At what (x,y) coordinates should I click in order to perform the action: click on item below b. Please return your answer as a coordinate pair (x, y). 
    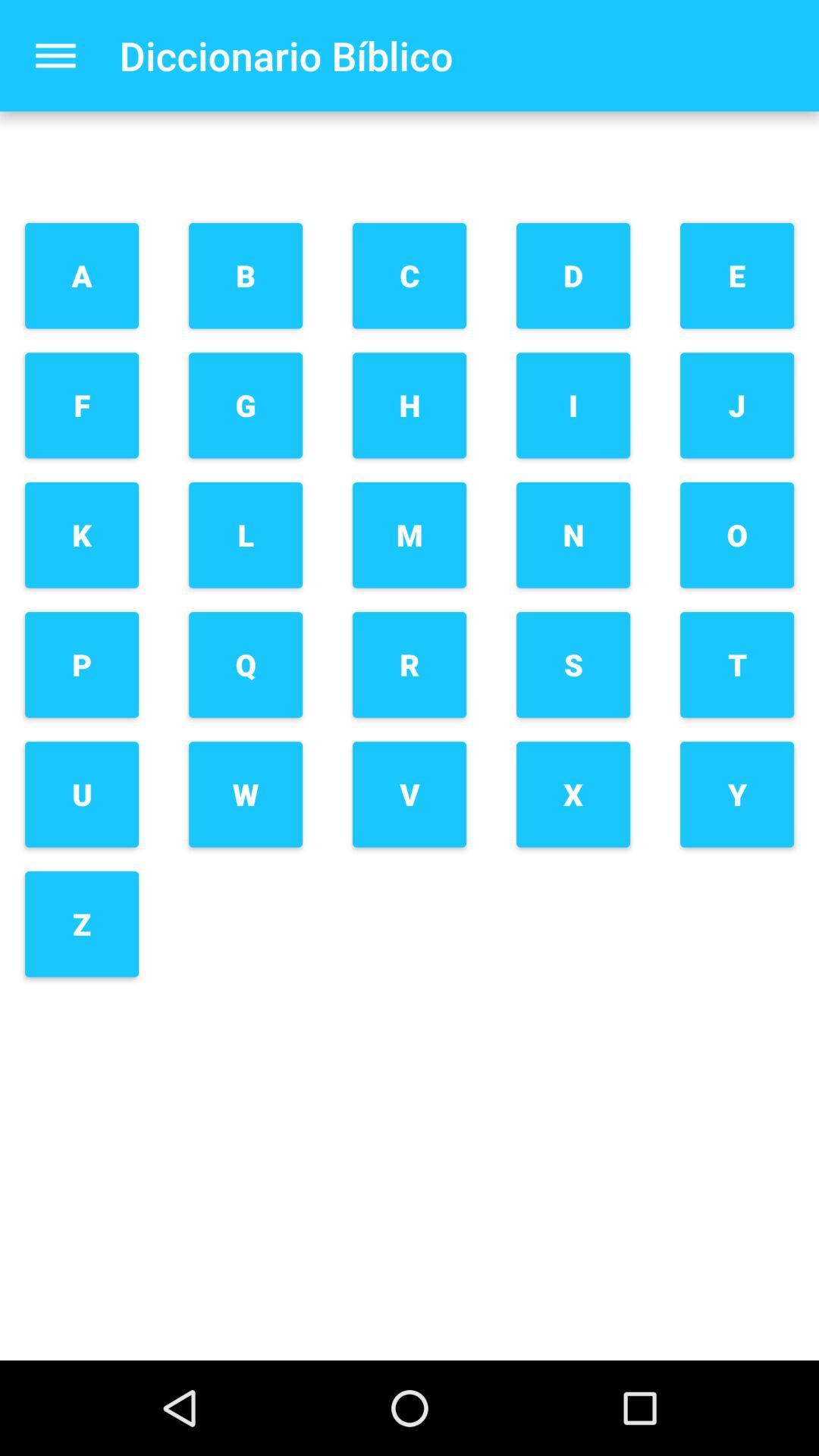
    Looking at the image, I should click on (245, 405).